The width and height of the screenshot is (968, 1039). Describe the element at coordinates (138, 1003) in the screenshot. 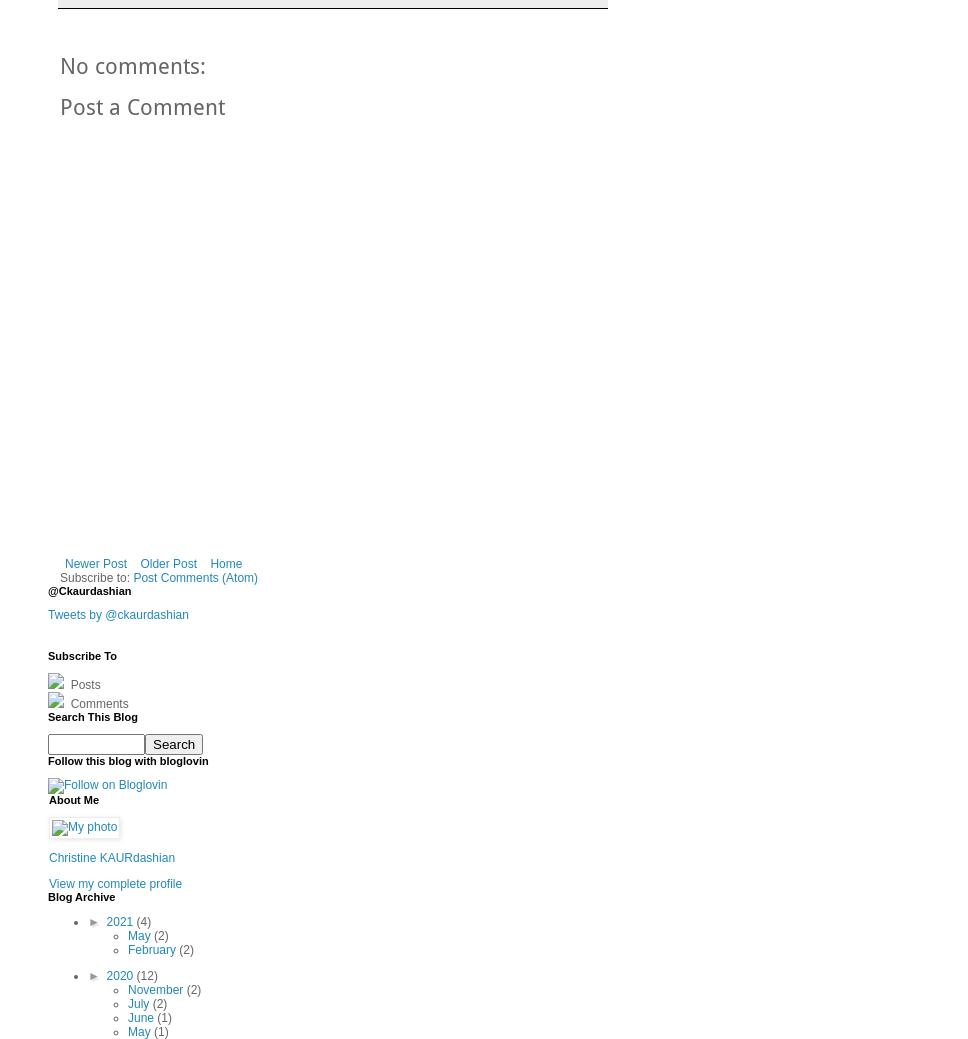

I see `'July'` at that location.